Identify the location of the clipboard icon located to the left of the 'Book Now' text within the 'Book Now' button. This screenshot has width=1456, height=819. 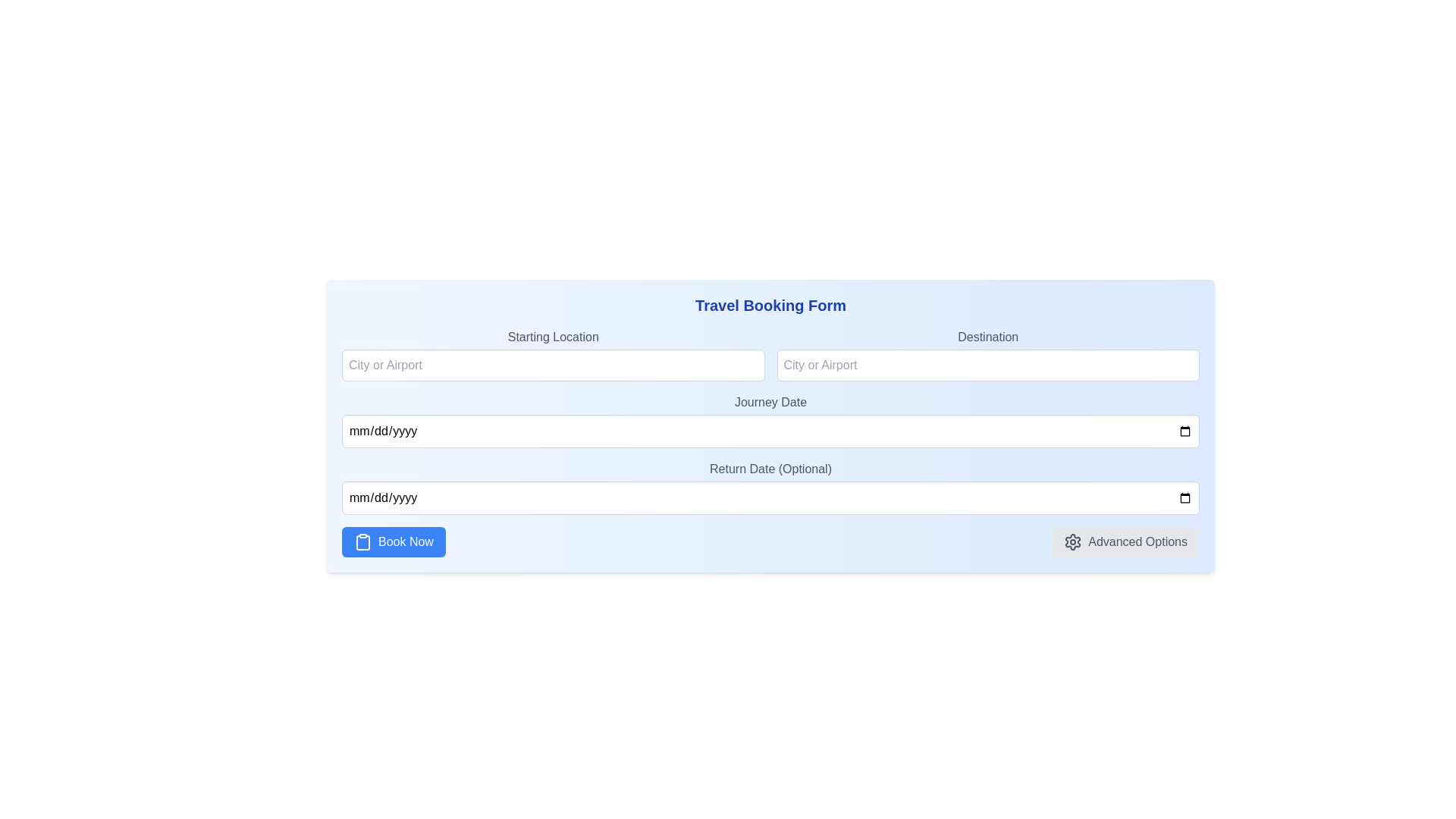
(362, 541).